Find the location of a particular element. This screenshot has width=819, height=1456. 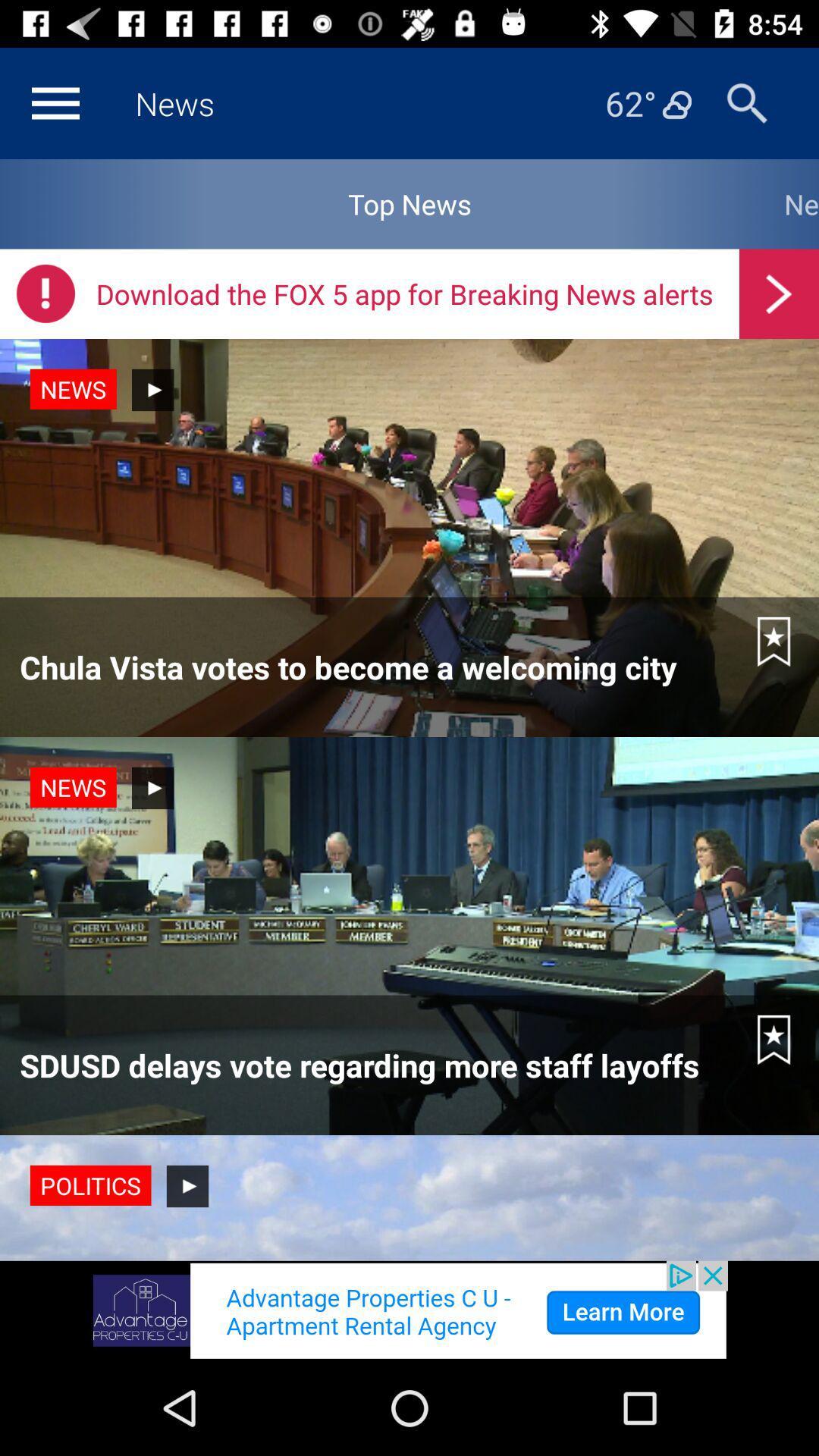

the search icon is located at coordinates (746, 102).